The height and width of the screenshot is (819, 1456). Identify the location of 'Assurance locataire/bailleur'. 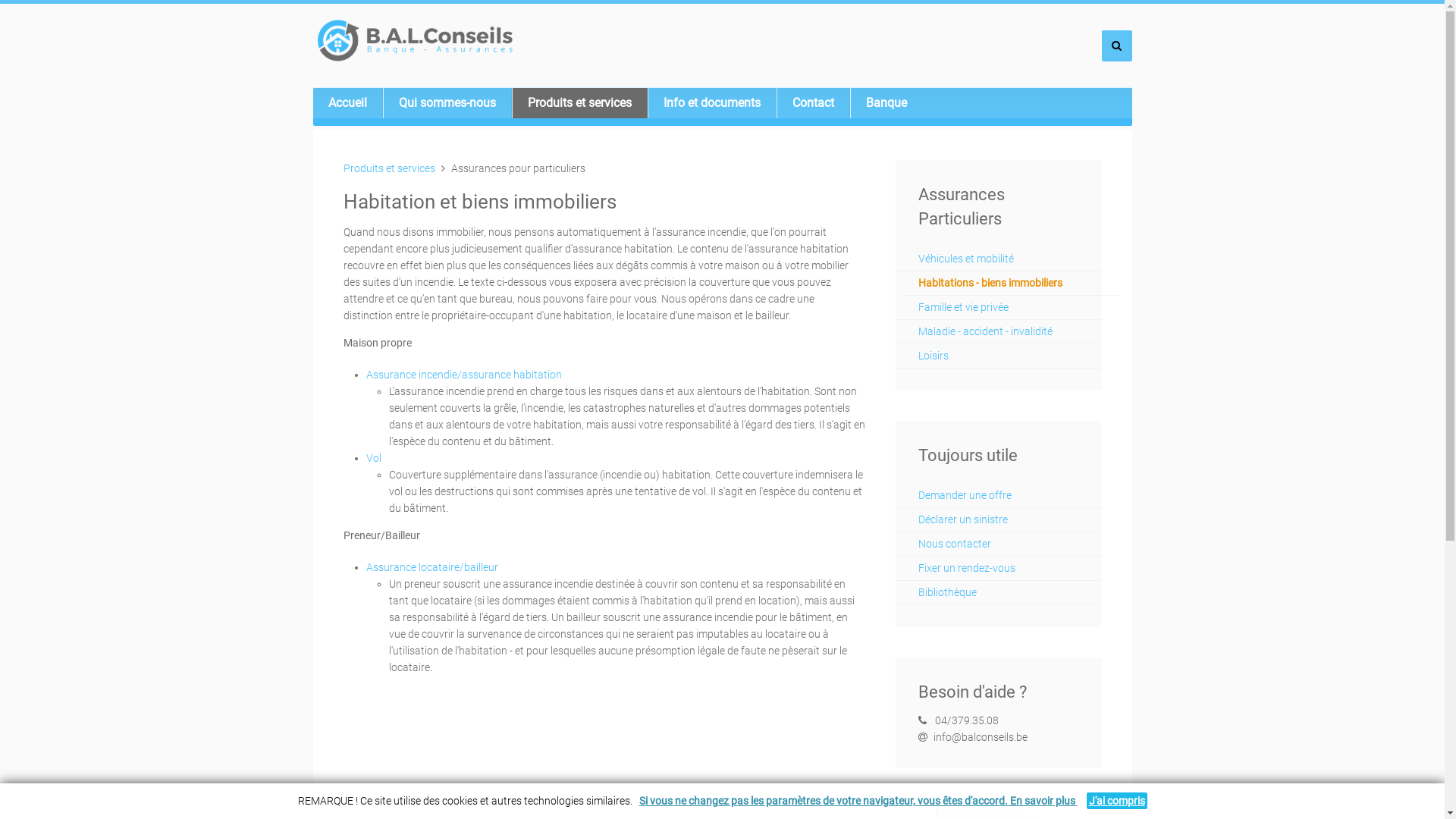
(431, 567).